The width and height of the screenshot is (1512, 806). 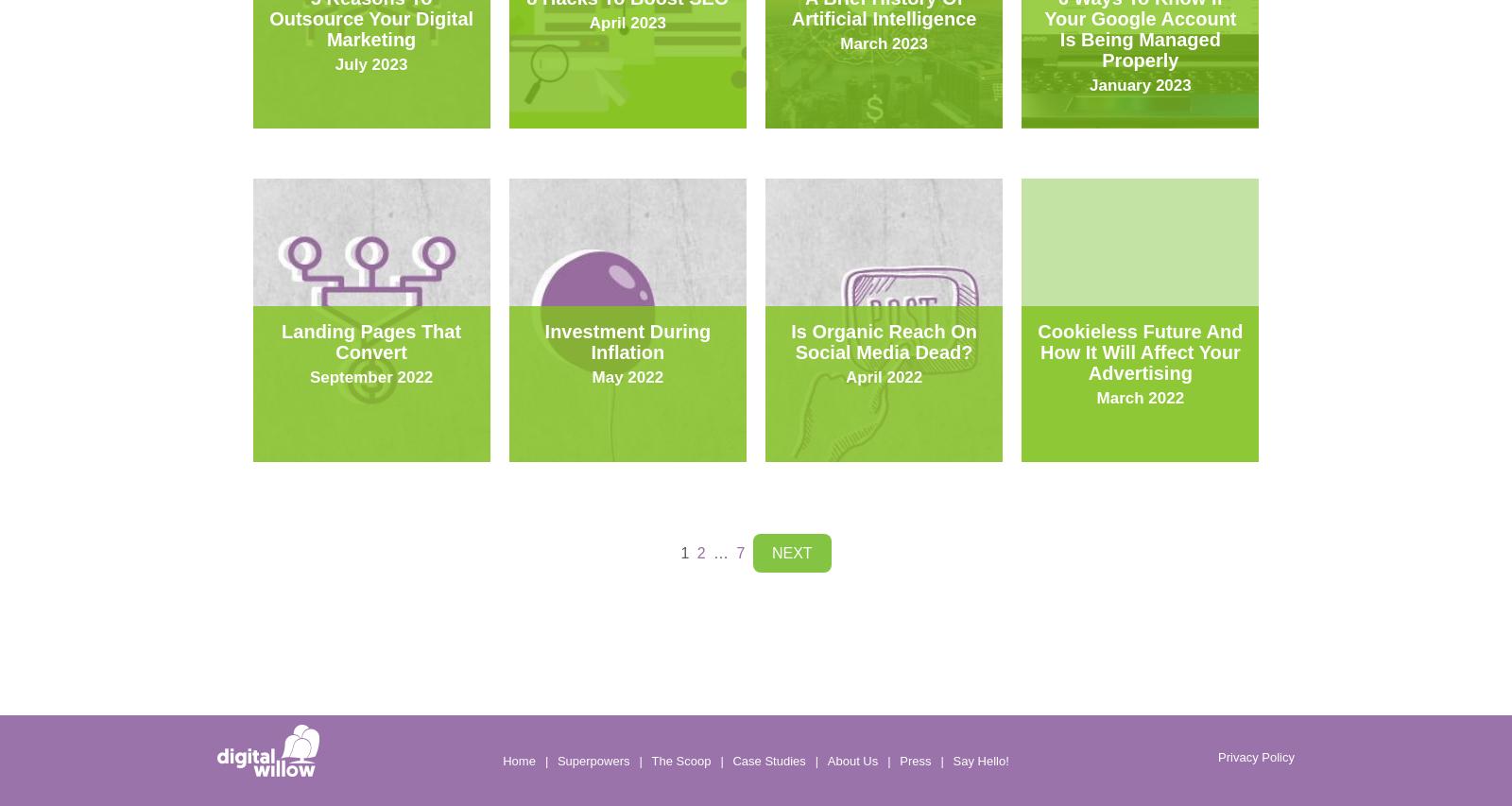 I want to click on 'Superpowers', so click(x=593, y=759).